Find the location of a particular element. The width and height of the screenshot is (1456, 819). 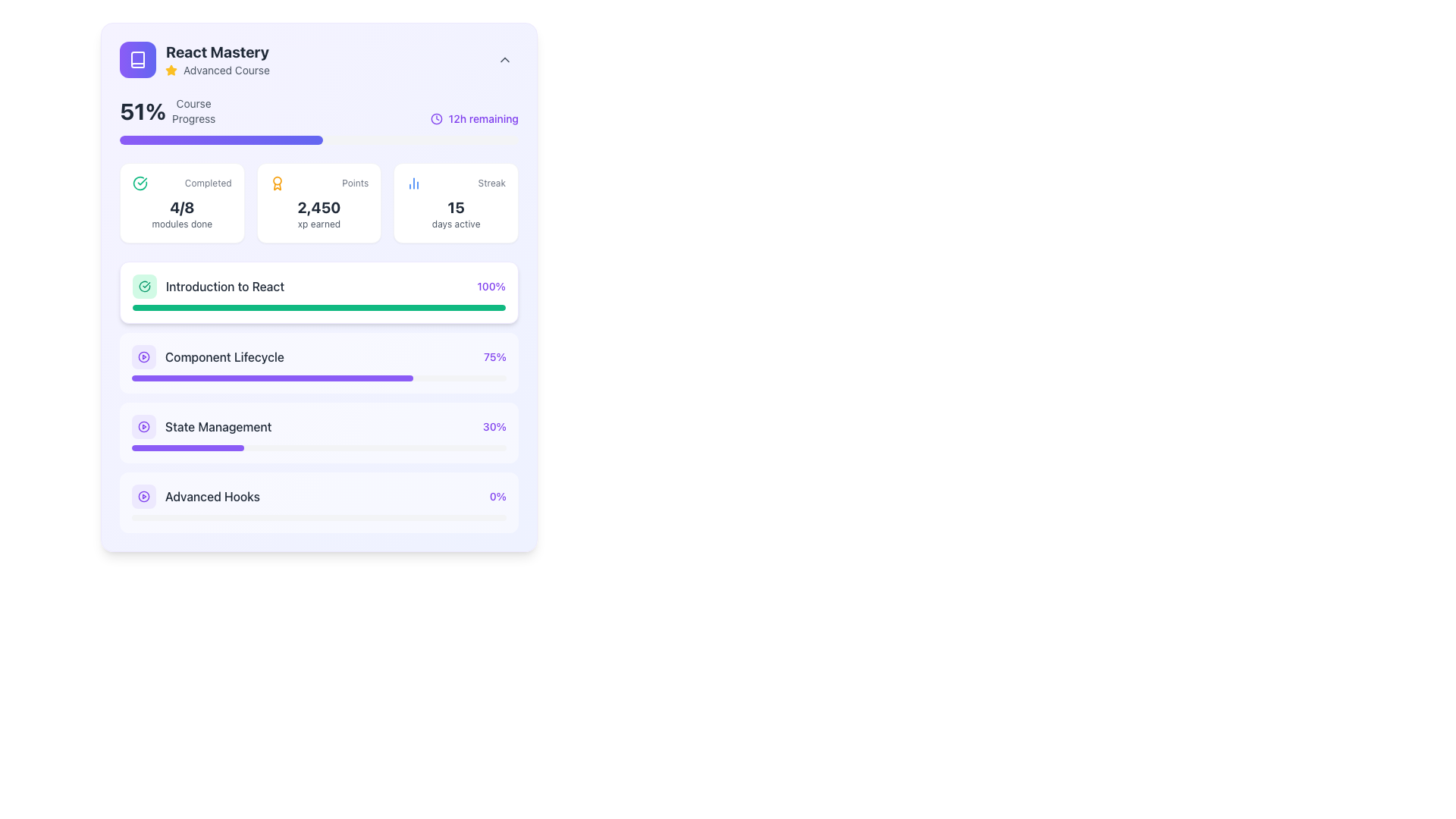

the Text label that represents the percentage of the course completed, located in the 'Course Progress' section at the top-left corner of the interface, immediately below the course name and icon is located at coordinates (143, 110).